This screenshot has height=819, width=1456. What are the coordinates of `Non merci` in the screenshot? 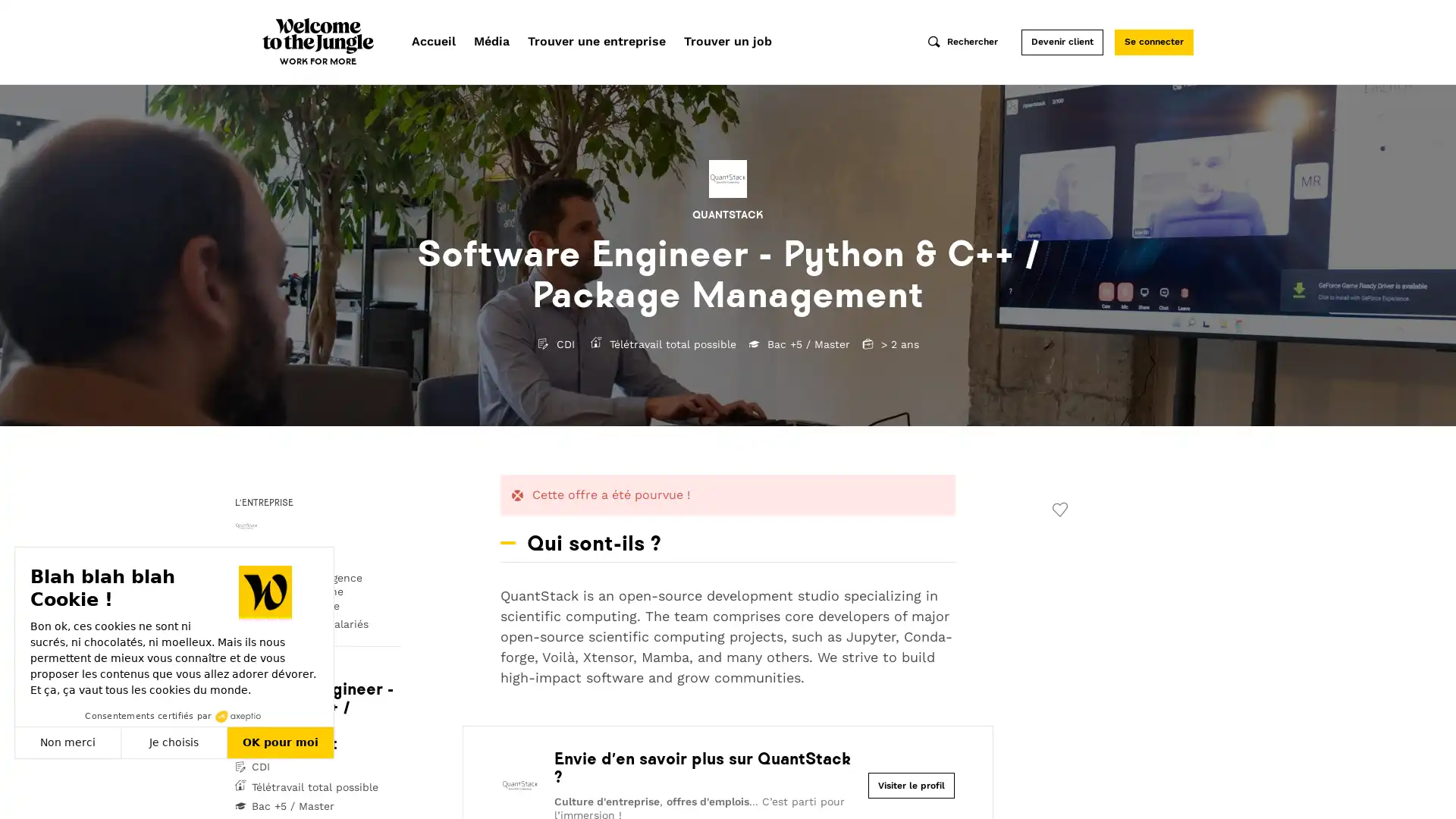 It's located at (67, 742).